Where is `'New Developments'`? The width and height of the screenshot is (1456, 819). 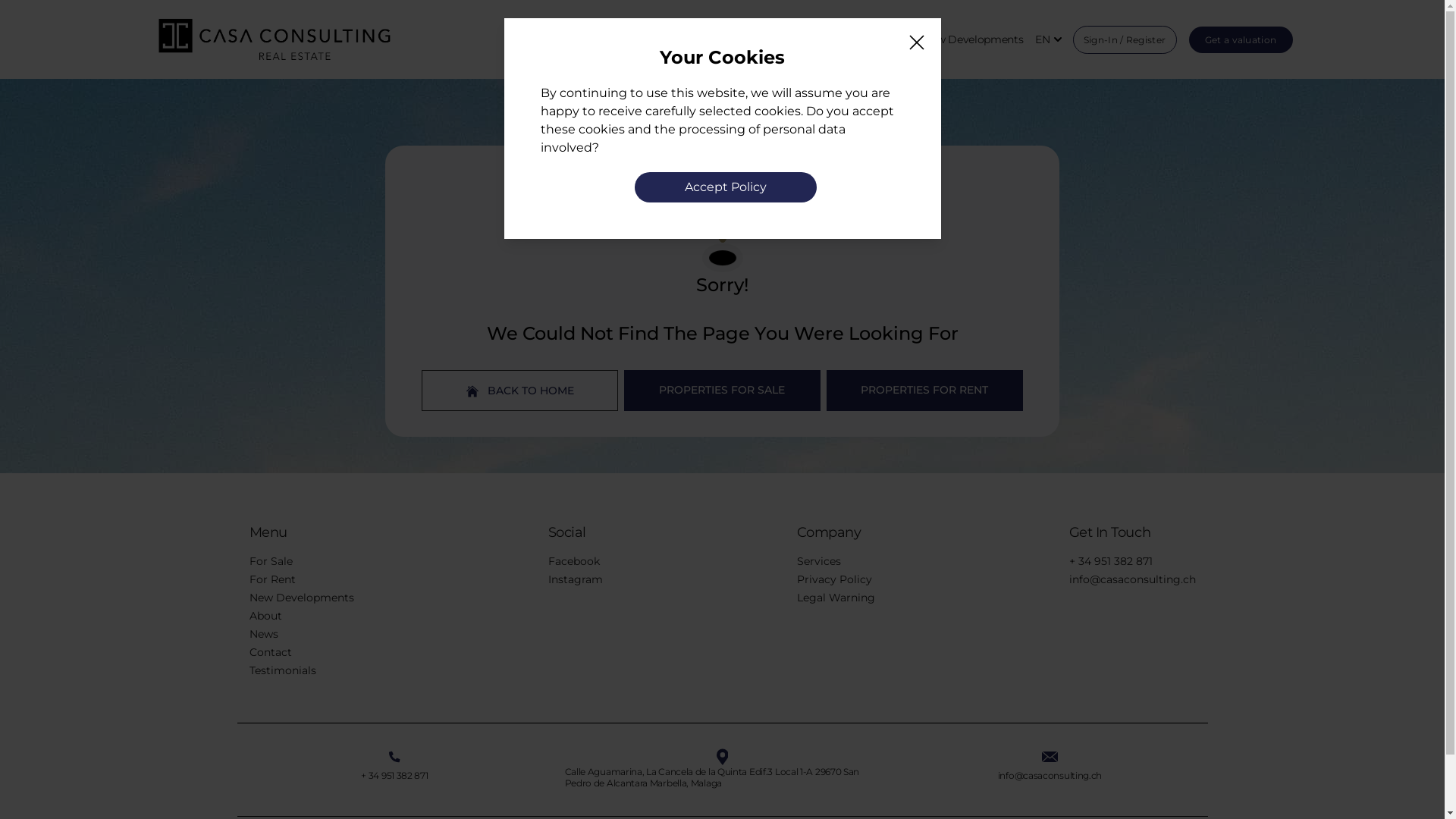
'New Developments' is located at coordinates (972, 39).